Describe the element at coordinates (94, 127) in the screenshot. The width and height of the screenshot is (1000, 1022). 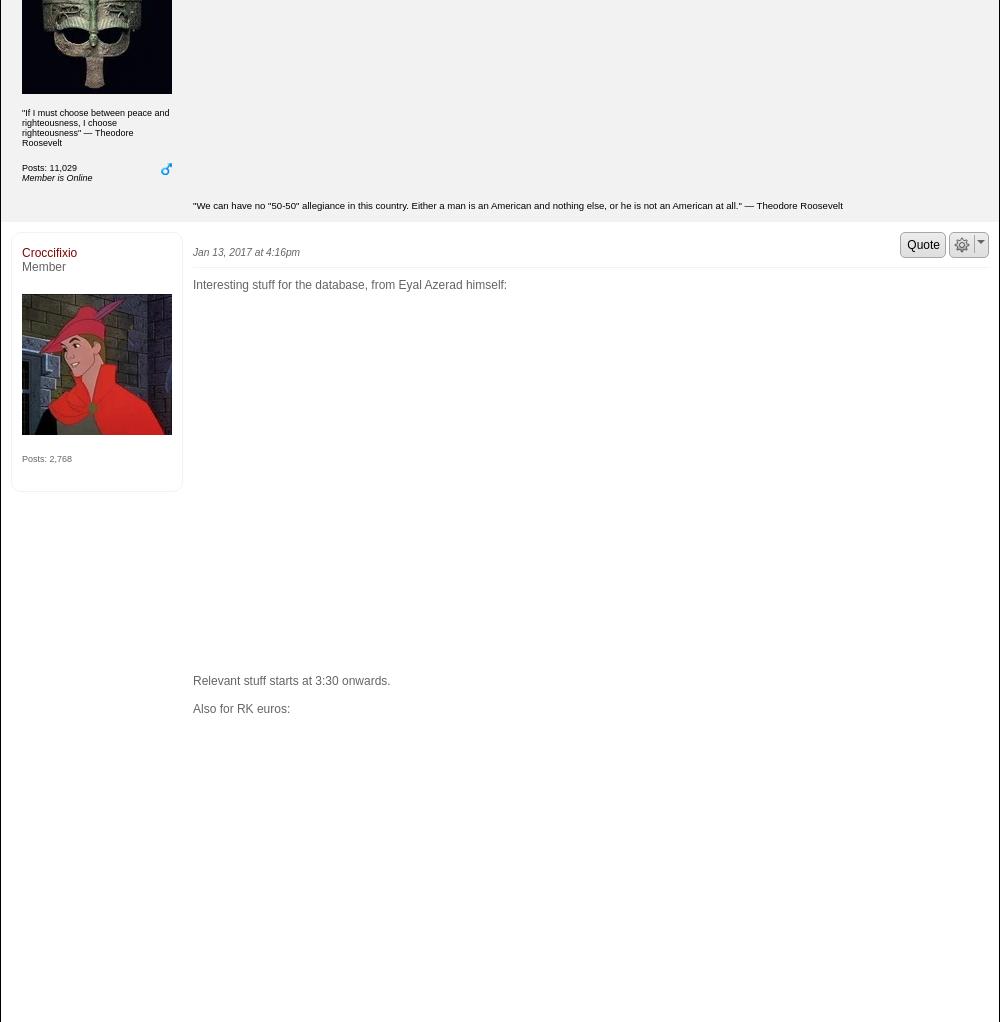
I see `'"If I must choose between peace and righteousness, I choose righteousness" — Theodore Roosevelt'` at that location.